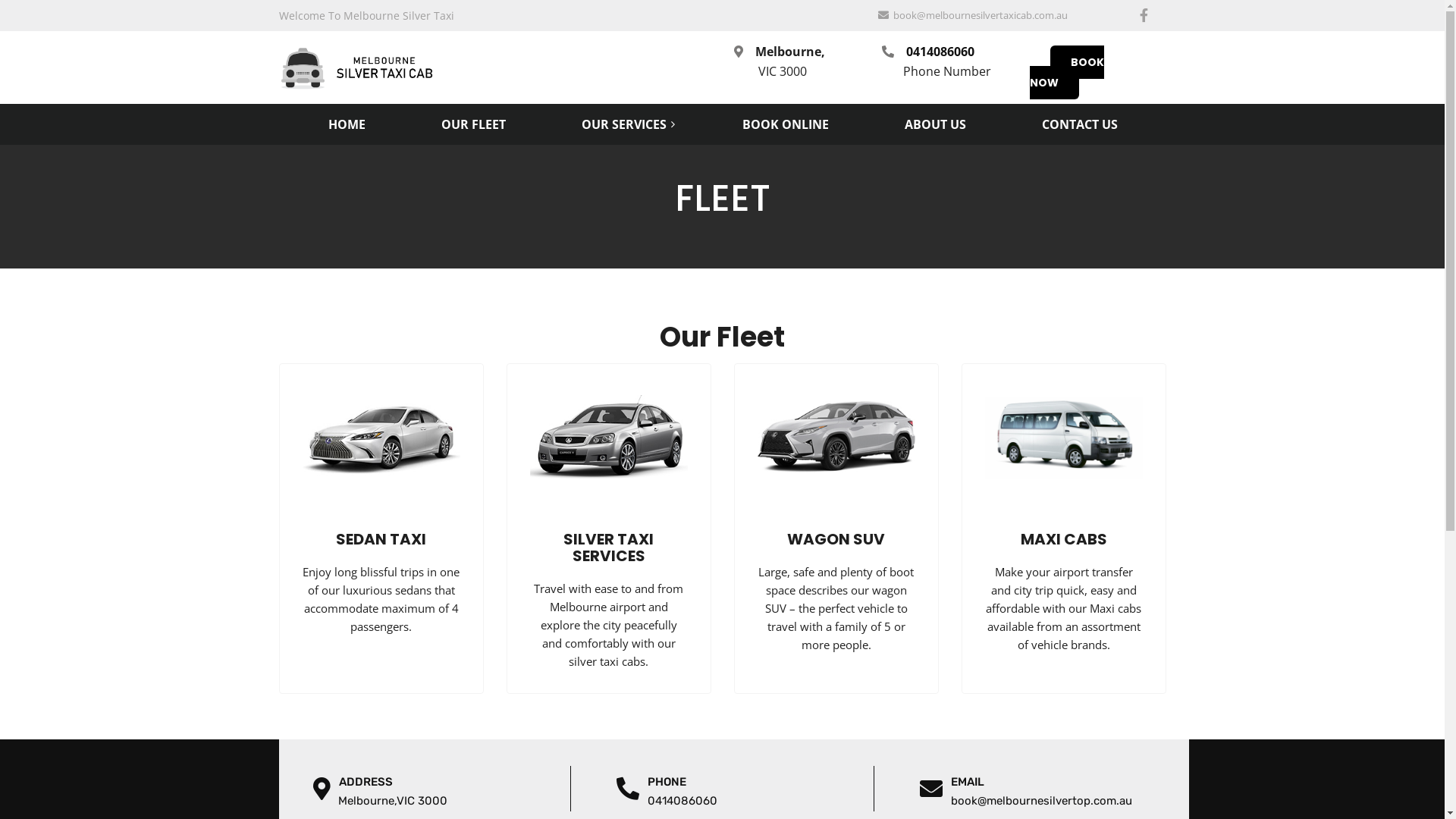 The height and width of the screenshot is (819, 1456). I want to click on 'HOME', so click(346, 121).